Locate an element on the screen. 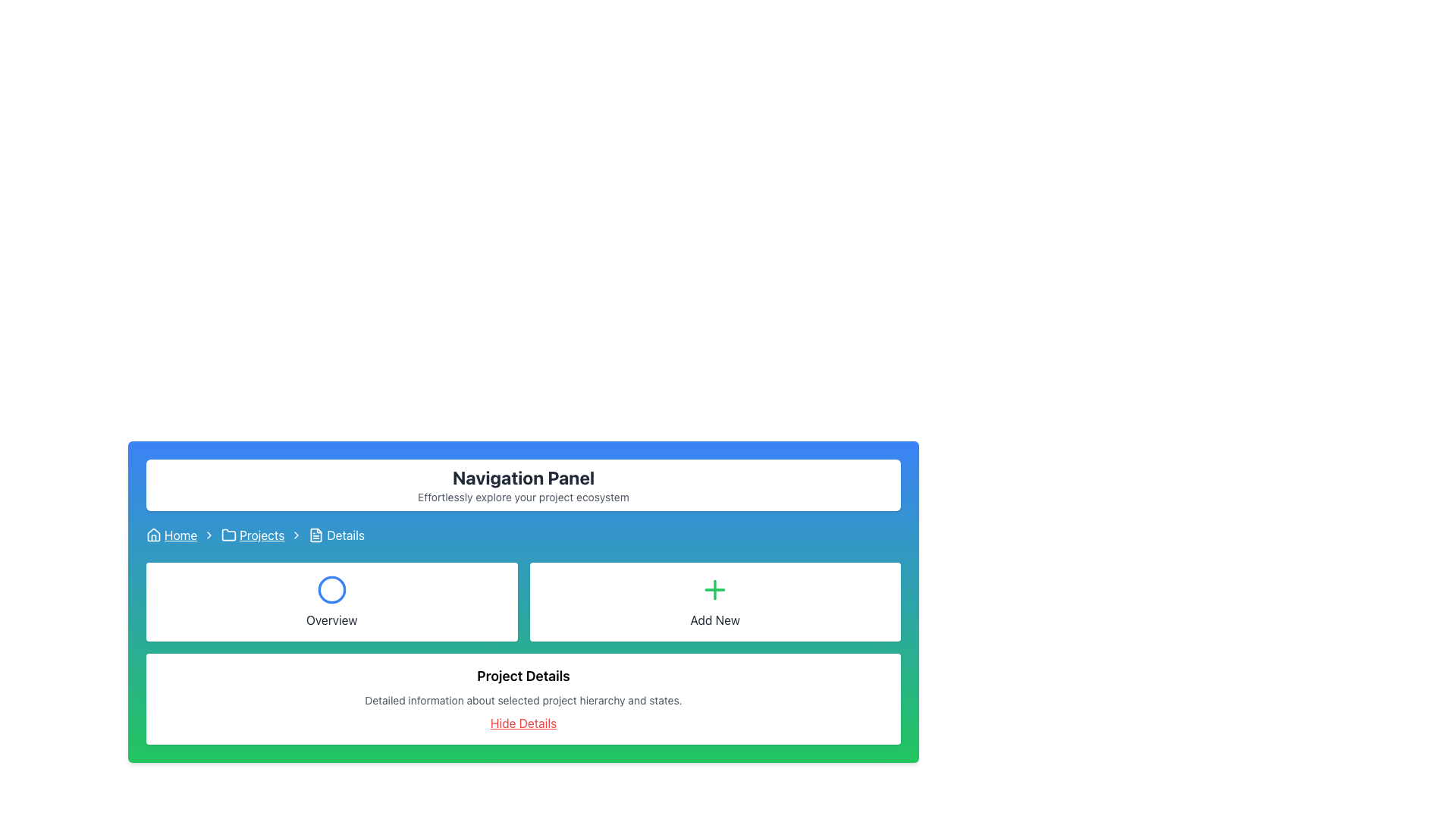 Image resolution: width=1456 pixels, height=819 pixels. the 'Home' hyperlink in the breadcrumb navigation bar is located at coordinates (180, 534).